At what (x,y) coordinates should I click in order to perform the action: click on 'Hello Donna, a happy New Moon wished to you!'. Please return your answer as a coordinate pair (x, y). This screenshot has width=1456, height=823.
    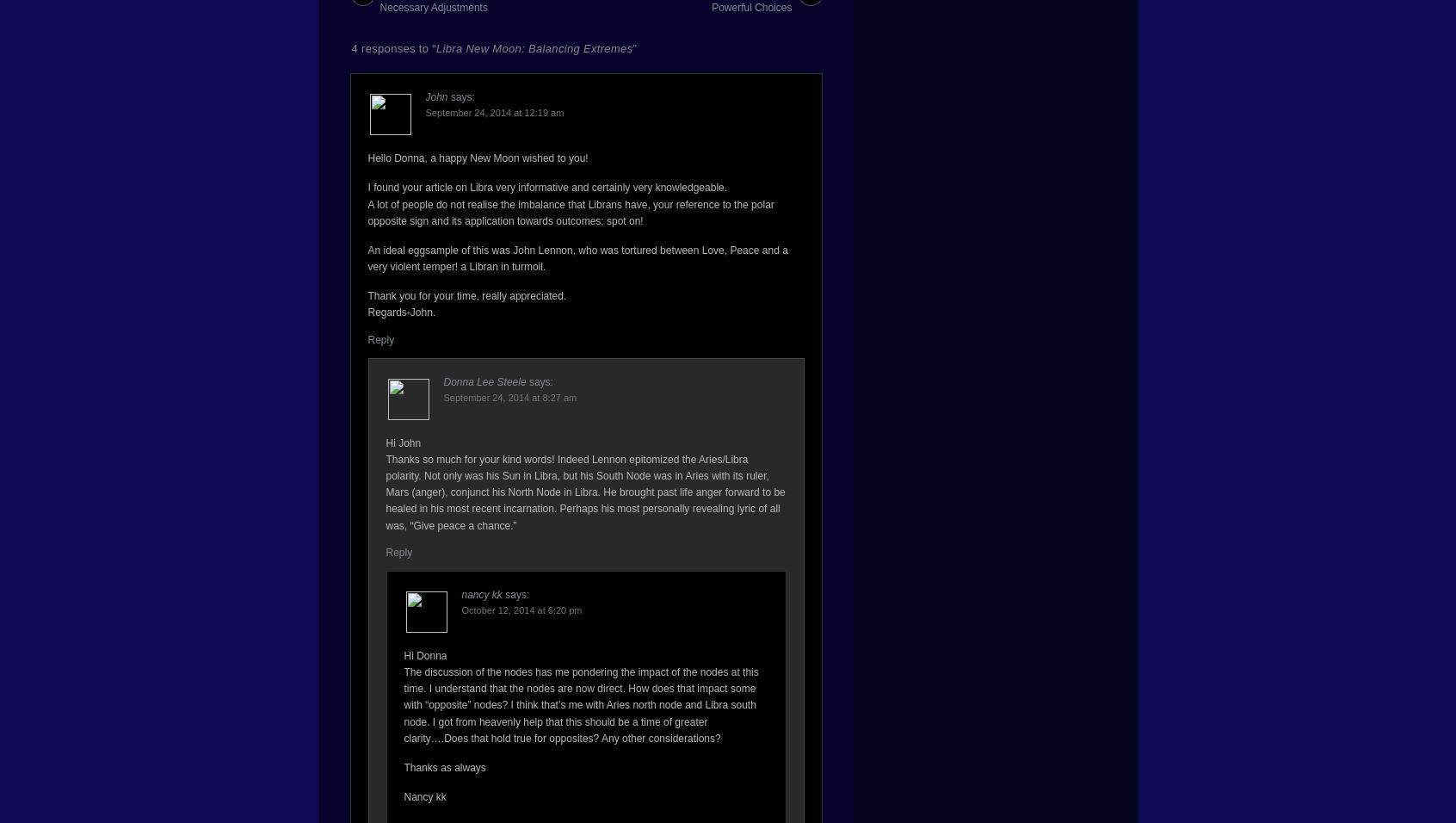
    Looking at the image, I should click on (367, 158).